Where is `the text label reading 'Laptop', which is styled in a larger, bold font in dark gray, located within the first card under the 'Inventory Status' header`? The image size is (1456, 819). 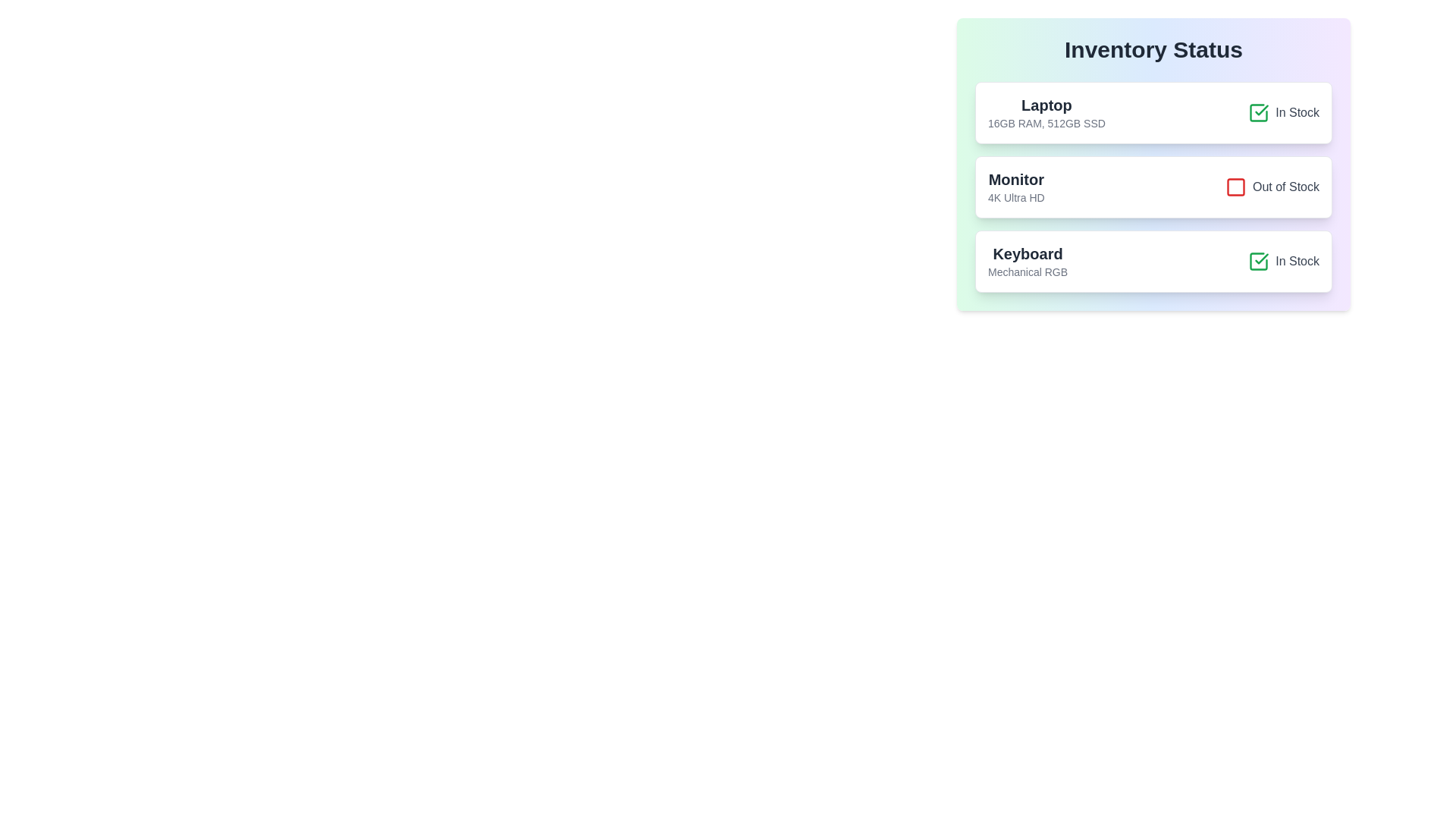 the text label reading 'Laptop', which is styled in a larger, bold font in dark gray, located within the first card under the 'Inventory Status' header is located at coordinates (1046, 104).